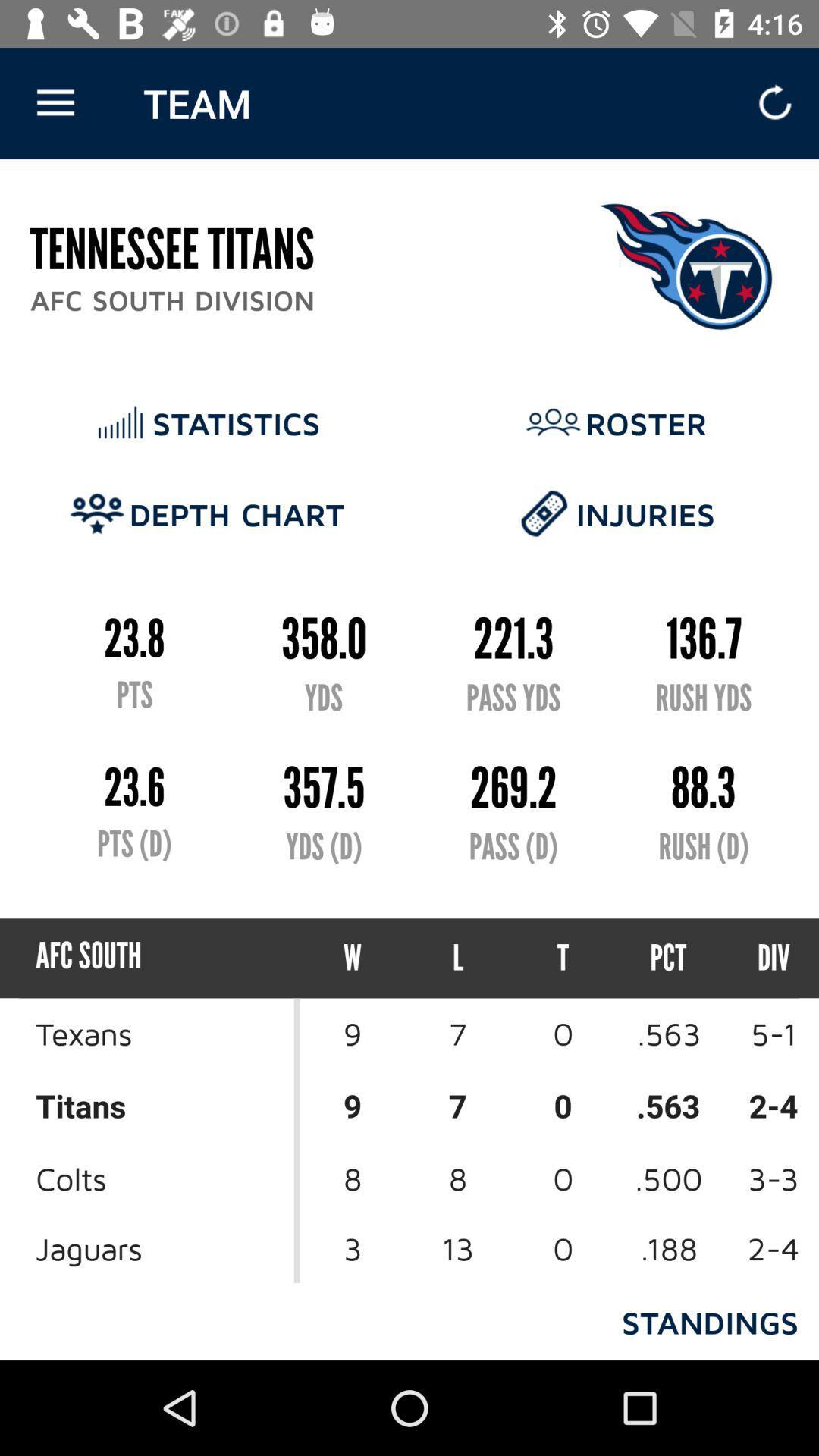  What do you see at coordinates (563, 957) in the screenshot?
I see `the icon to the right of l` at bounding box center [563, 957].